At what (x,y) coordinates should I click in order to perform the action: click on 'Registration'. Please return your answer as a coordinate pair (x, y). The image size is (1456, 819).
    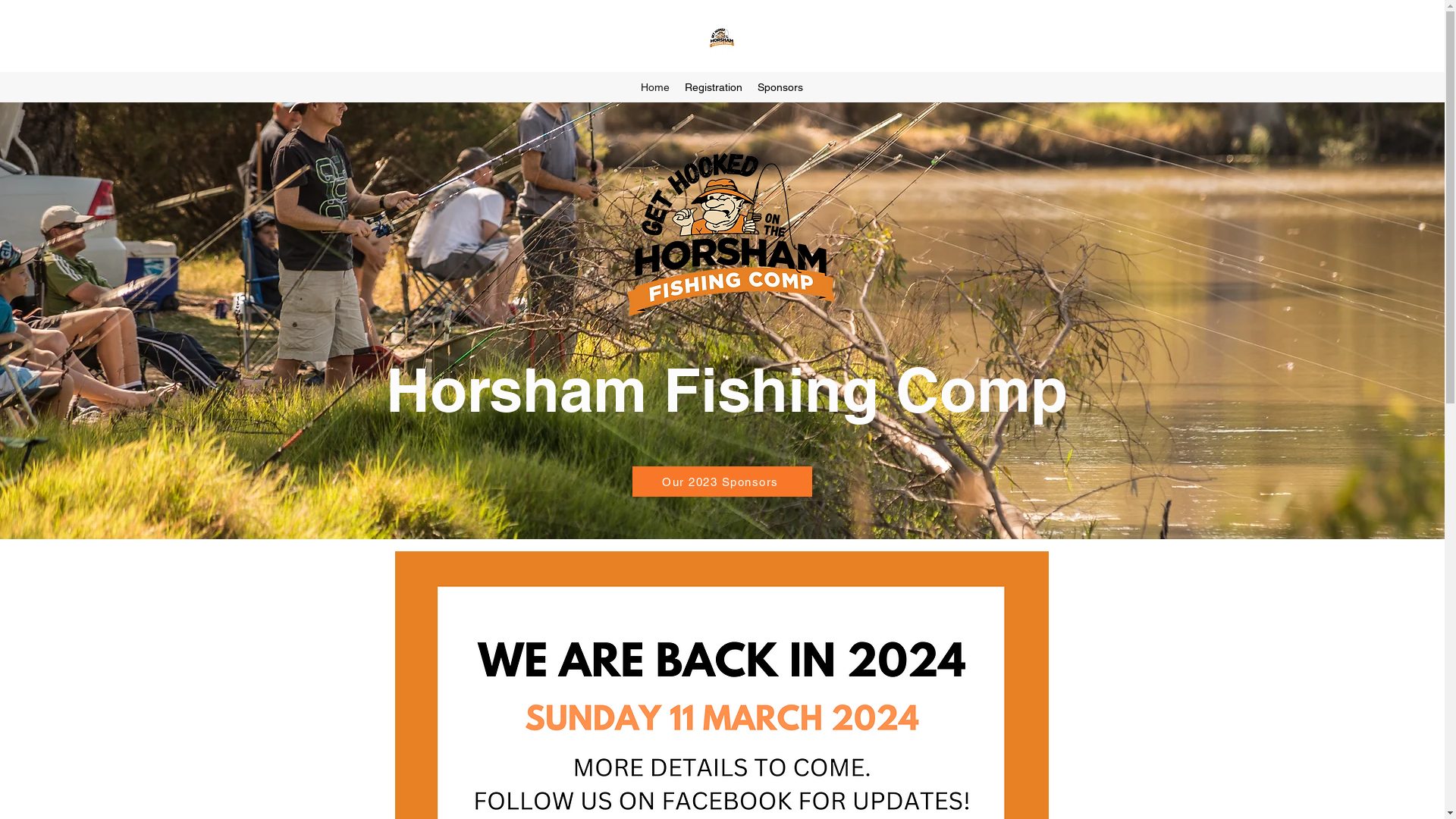
    Looking at the image, I should click on (676, 87).